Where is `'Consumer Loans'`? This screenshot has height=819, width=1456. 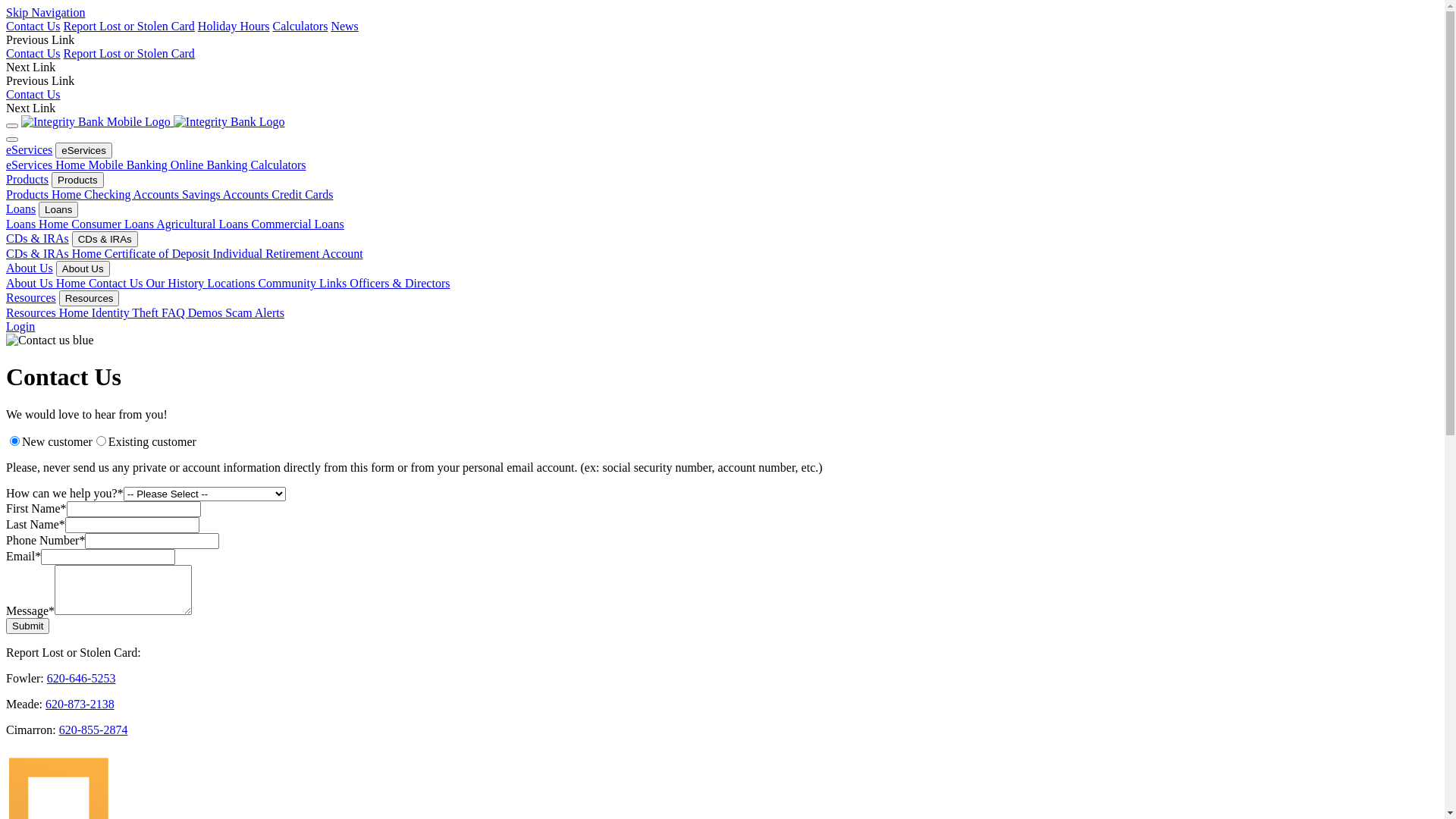
'Consumer Loans' is located at coordinates (112, 224).